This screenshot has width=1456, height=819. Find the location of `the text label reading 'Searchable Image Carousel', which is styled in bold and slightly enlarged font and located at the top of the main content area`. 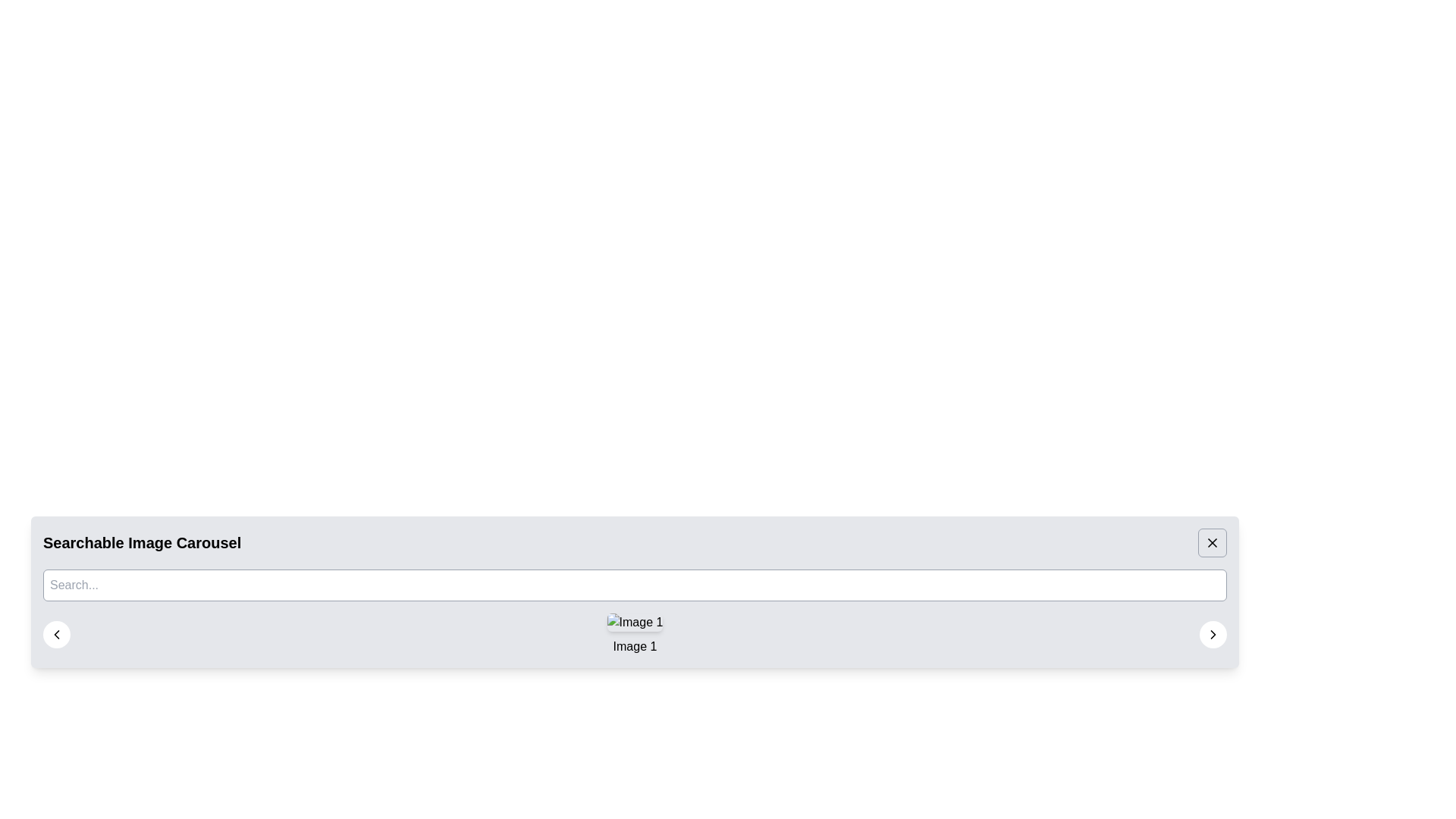

the text label reading 'Searchable Image Carousel', which is styled in bold and slightly enlarged font and located at the top of the main content area is located at coordinates (142, 542).